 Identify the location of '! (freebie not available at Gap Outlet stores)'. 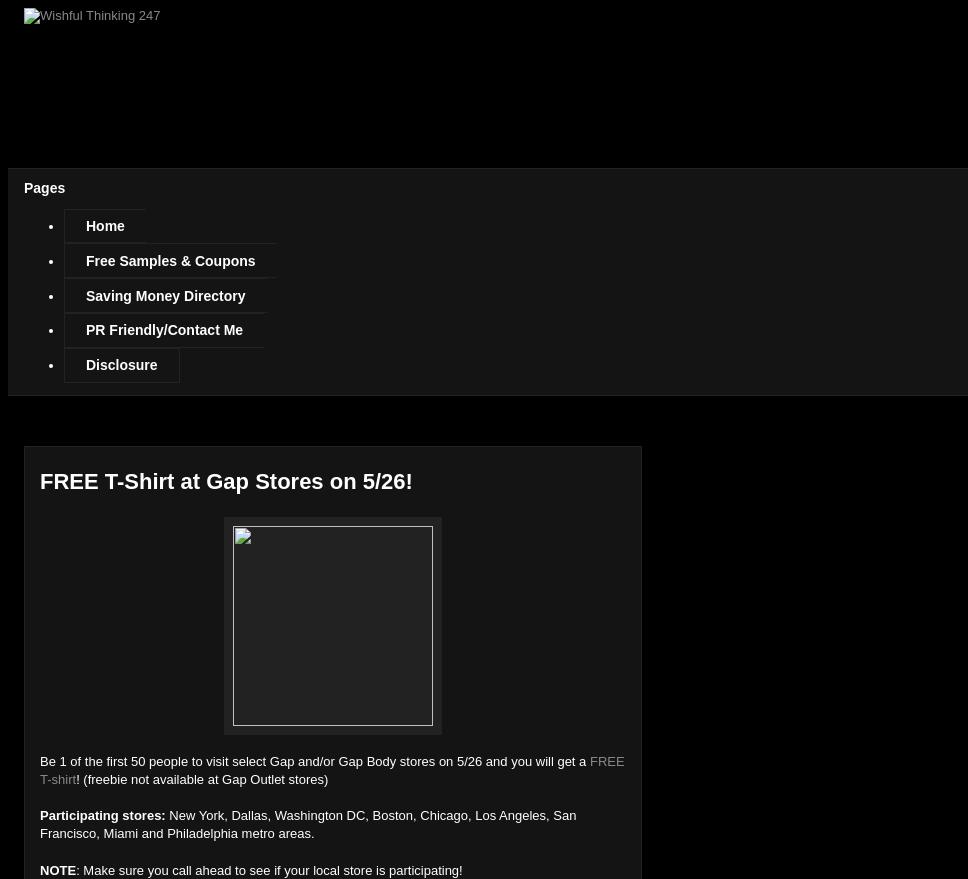
(202, 778).